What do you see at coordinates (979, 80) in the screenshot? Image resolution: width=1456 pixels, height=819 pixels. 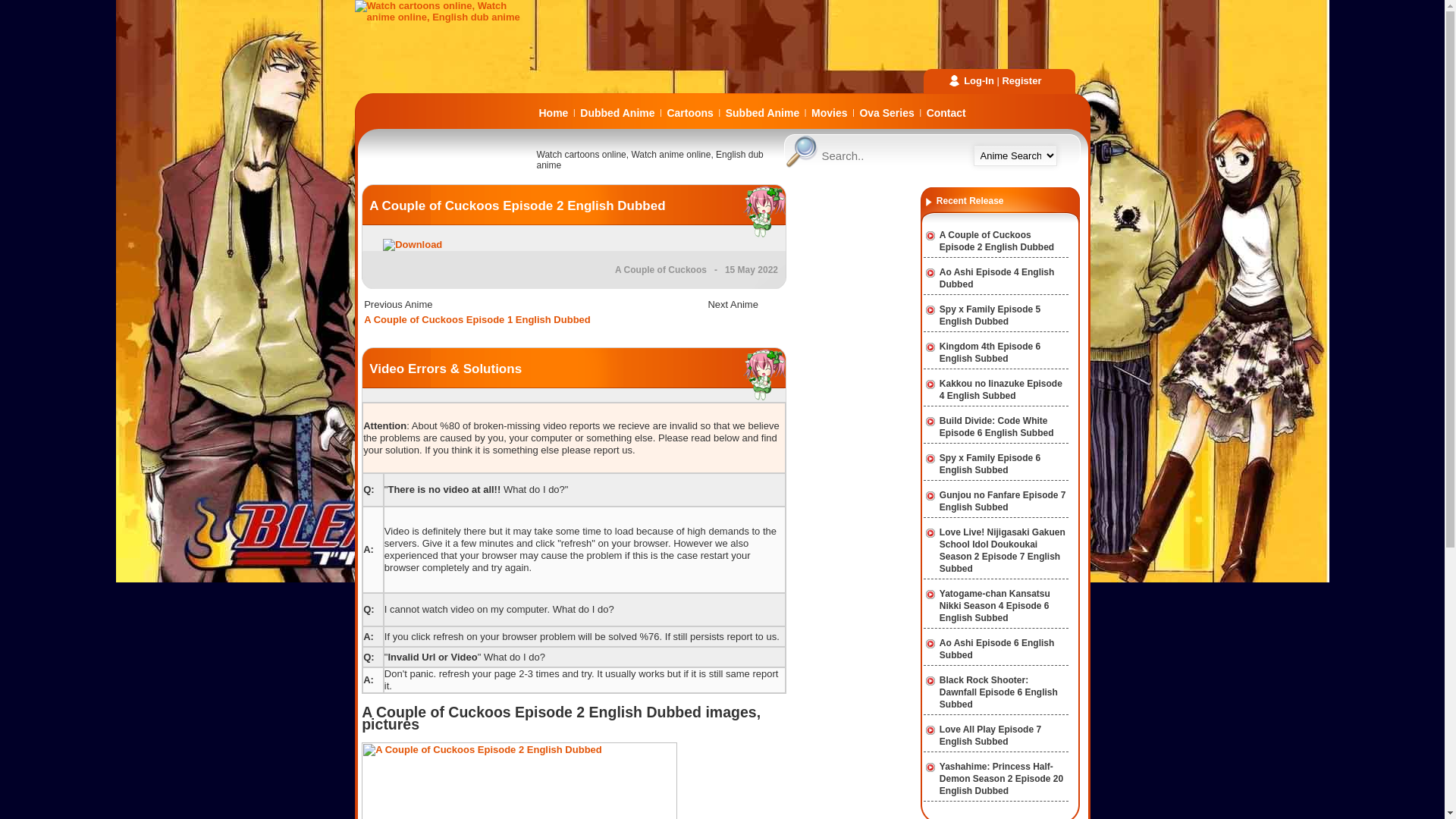 I see `'Log-In'` at bounding box center [979, 80].